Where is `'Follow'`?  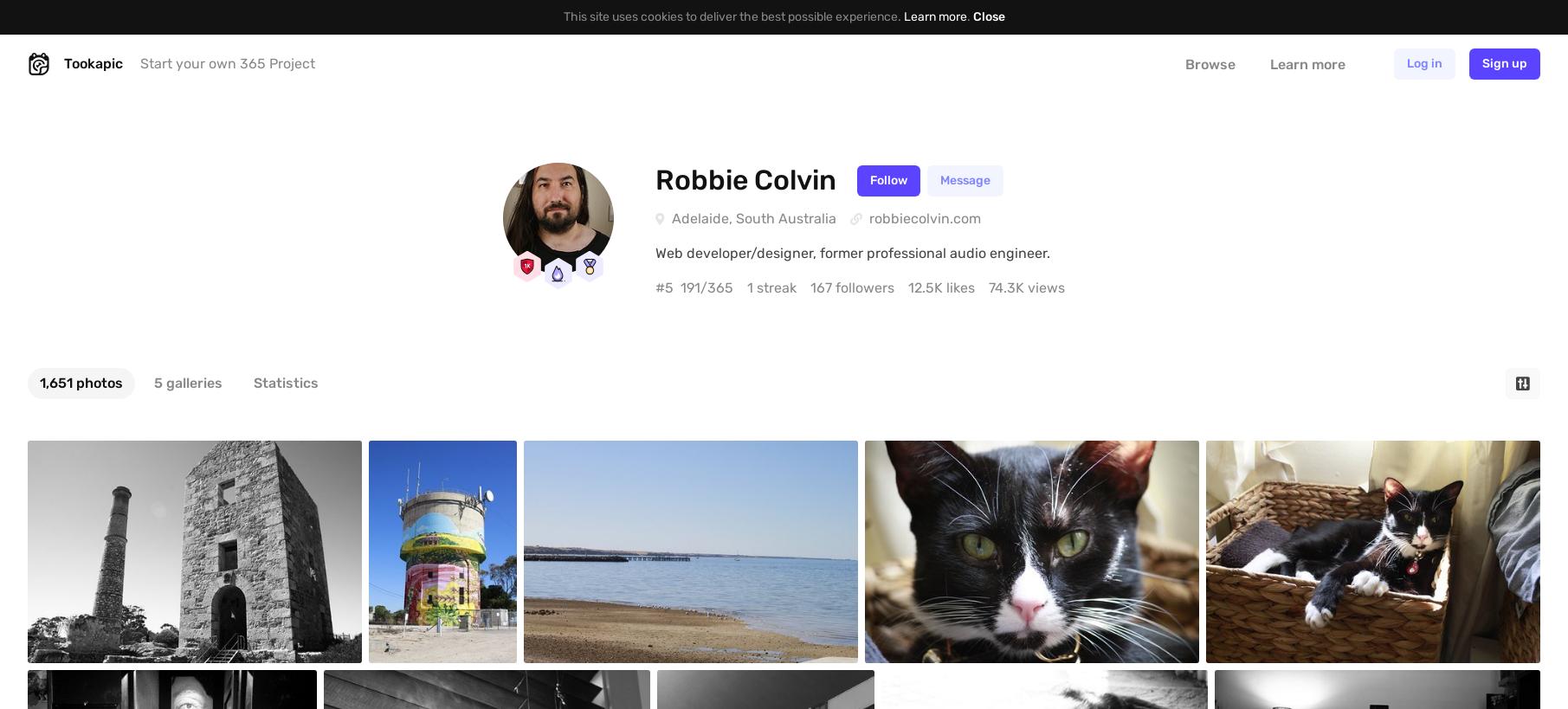
'Follow' is located at coordinates (888, 179).